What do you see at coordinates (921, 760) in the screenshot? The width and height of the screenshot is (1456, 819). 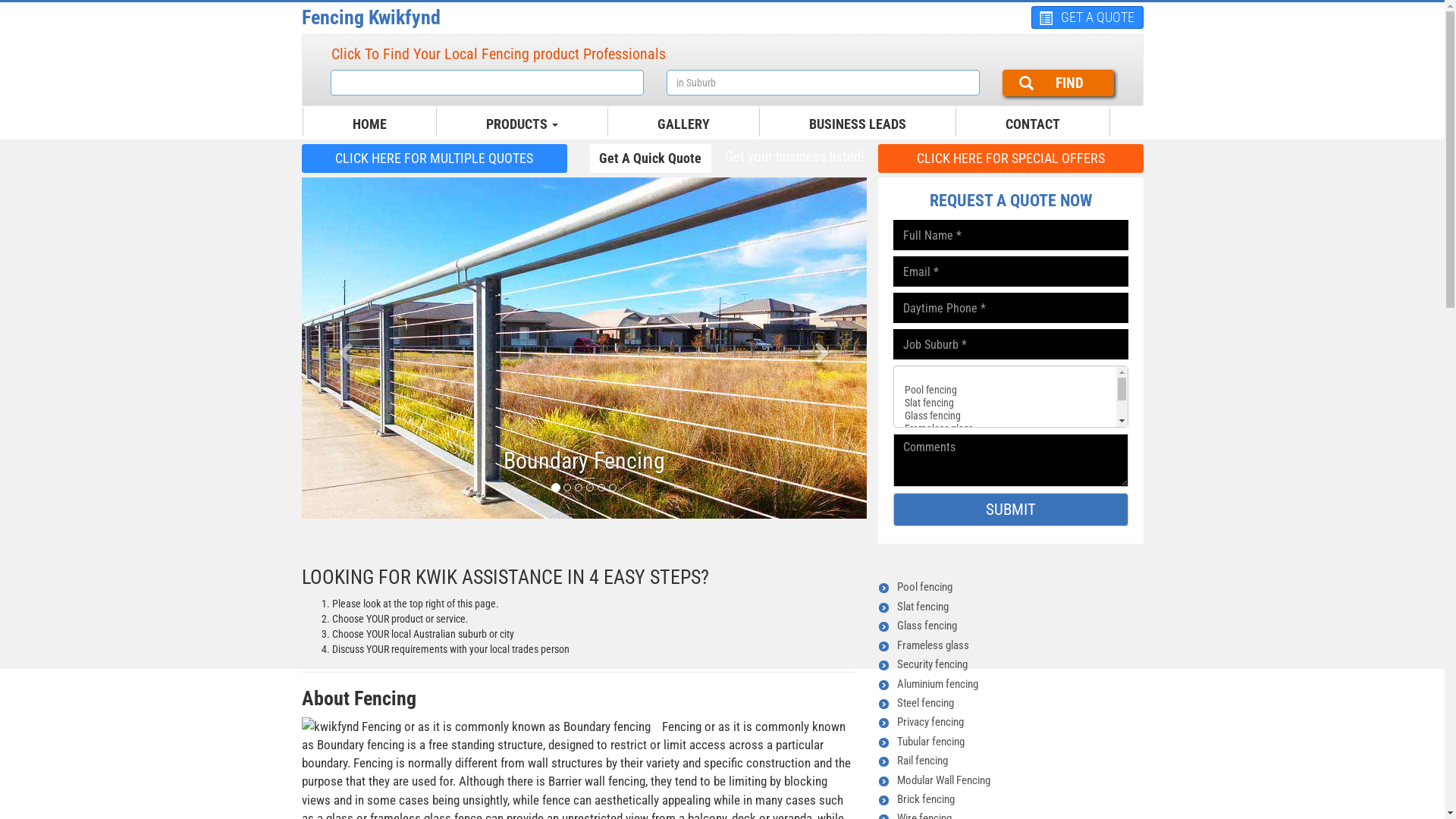 I see `'Rail fencing'` at bounding box center [921, 760].